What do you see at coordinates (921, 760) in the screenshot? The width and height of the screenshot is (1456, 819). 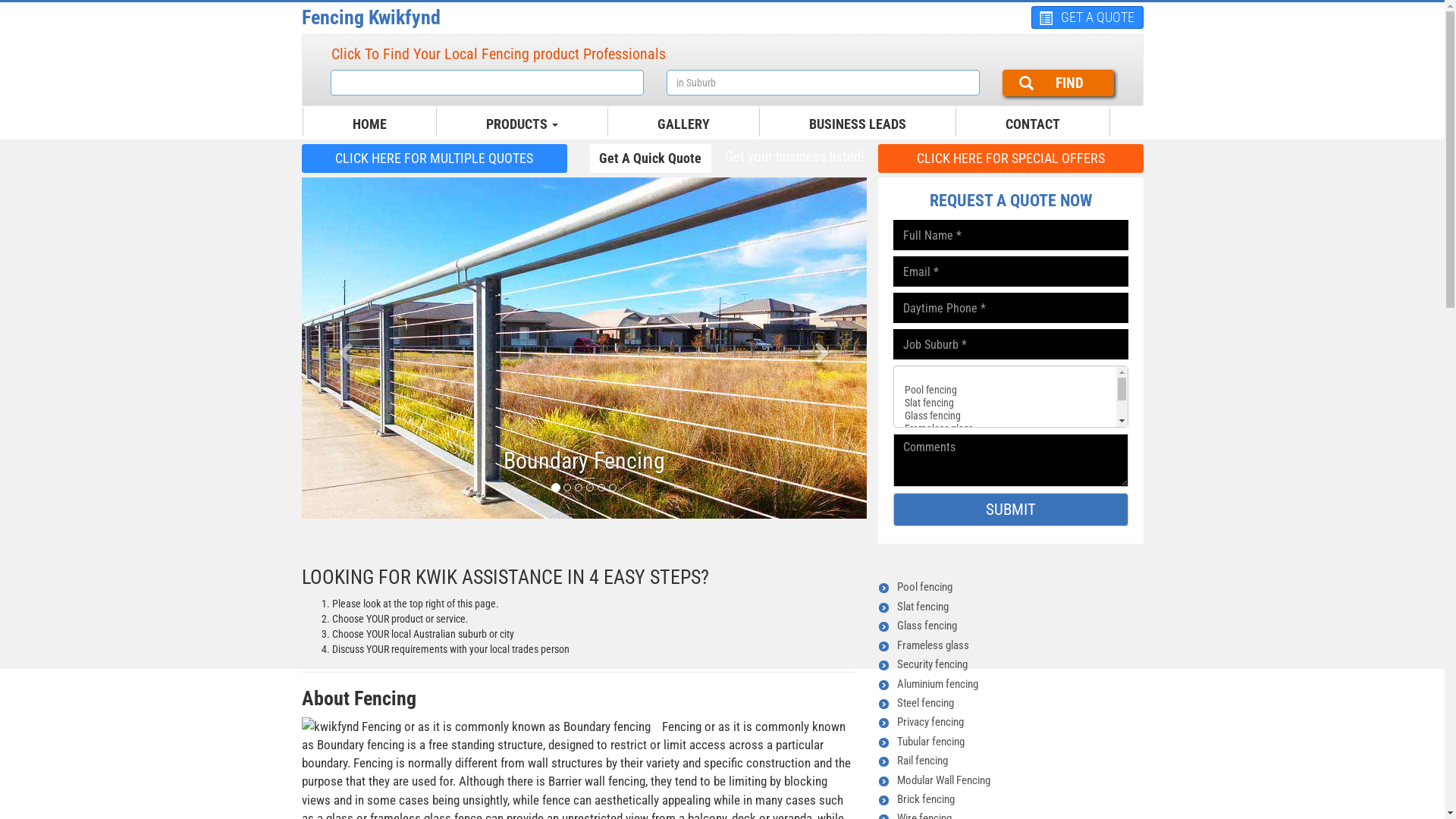 I see `'Rail fencing'` at bounding box center [921, 760].